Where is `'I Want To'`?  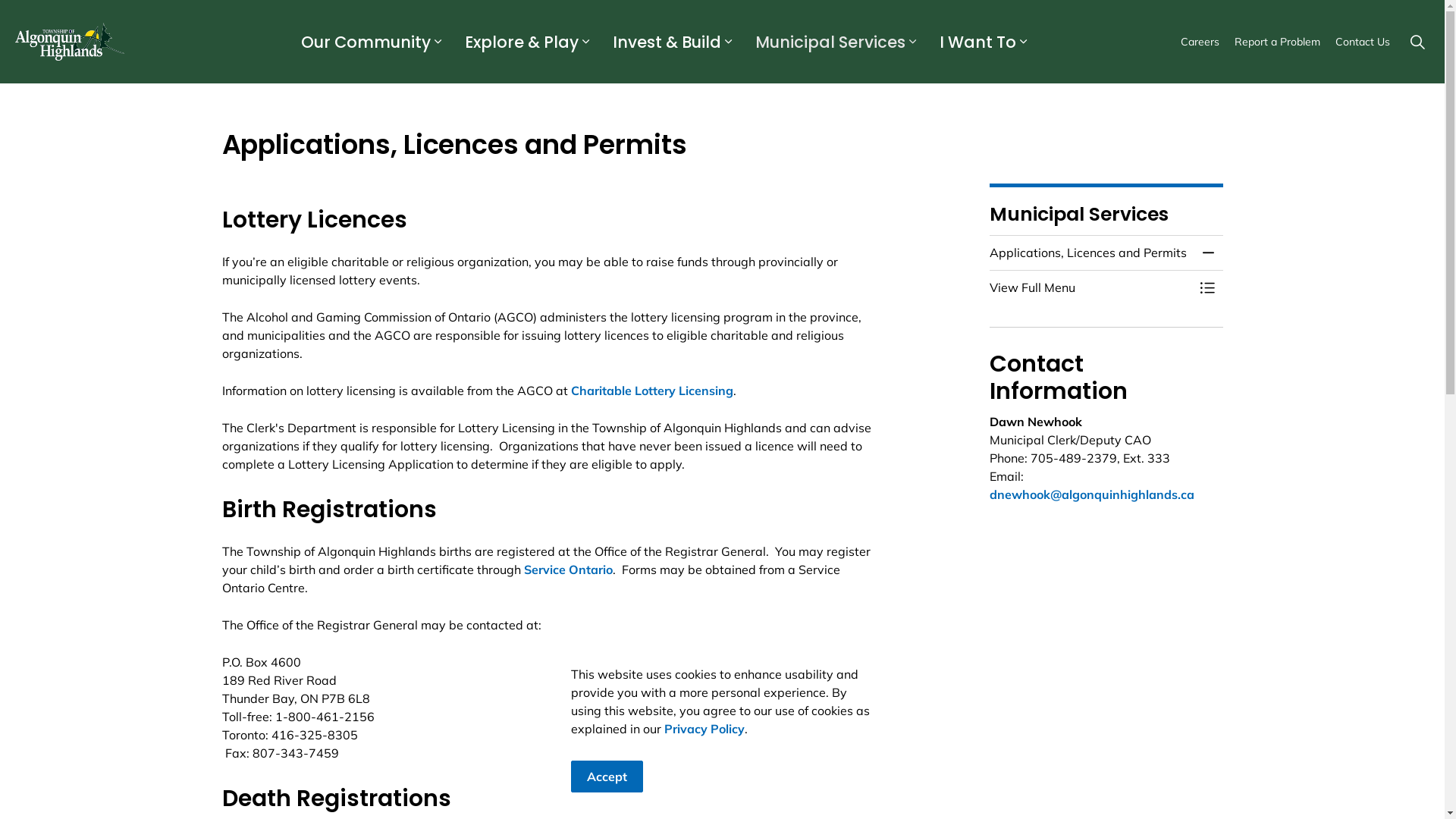
'I Want To' is located at coordinates (975, 40).